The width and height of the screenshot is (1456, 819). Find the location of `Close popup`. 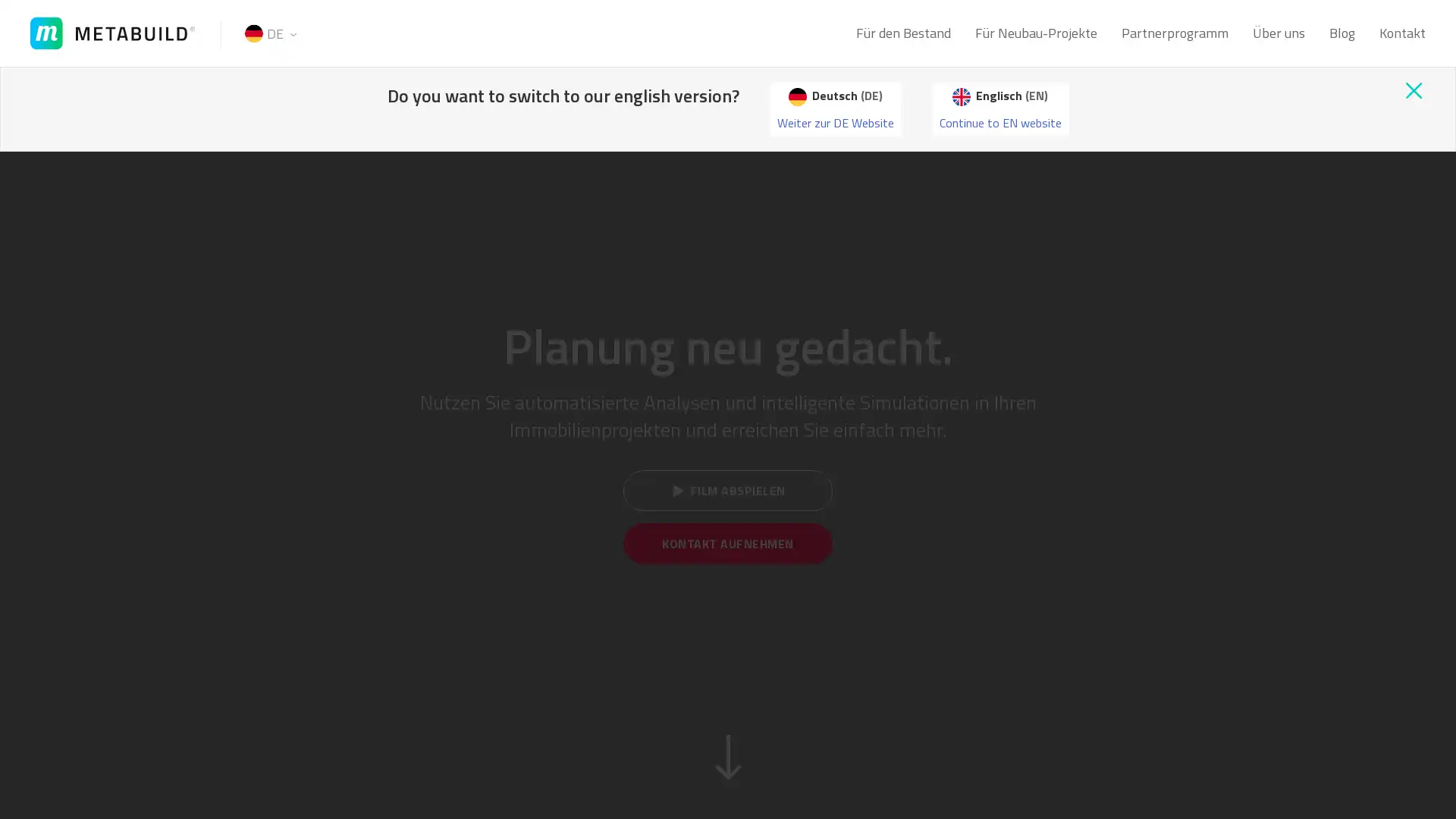

Close popup is located at coordinates (1412, 90).